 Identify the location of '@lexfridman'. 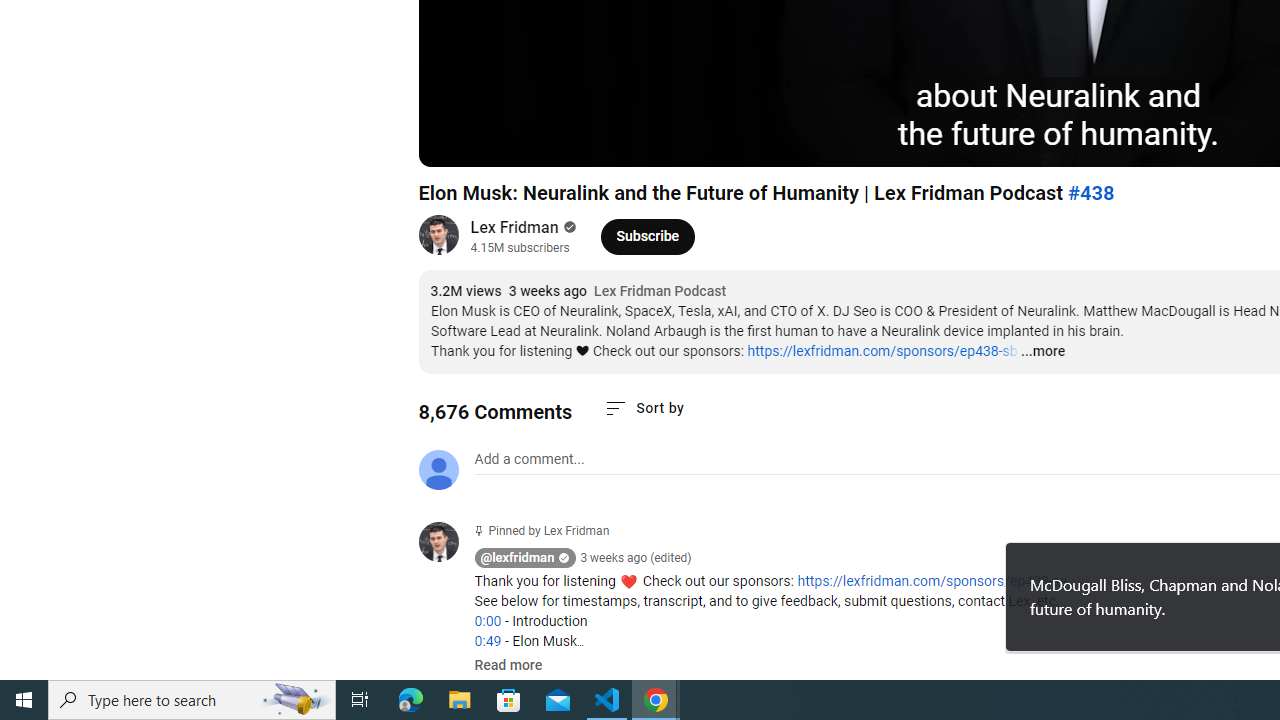
(517, 558).